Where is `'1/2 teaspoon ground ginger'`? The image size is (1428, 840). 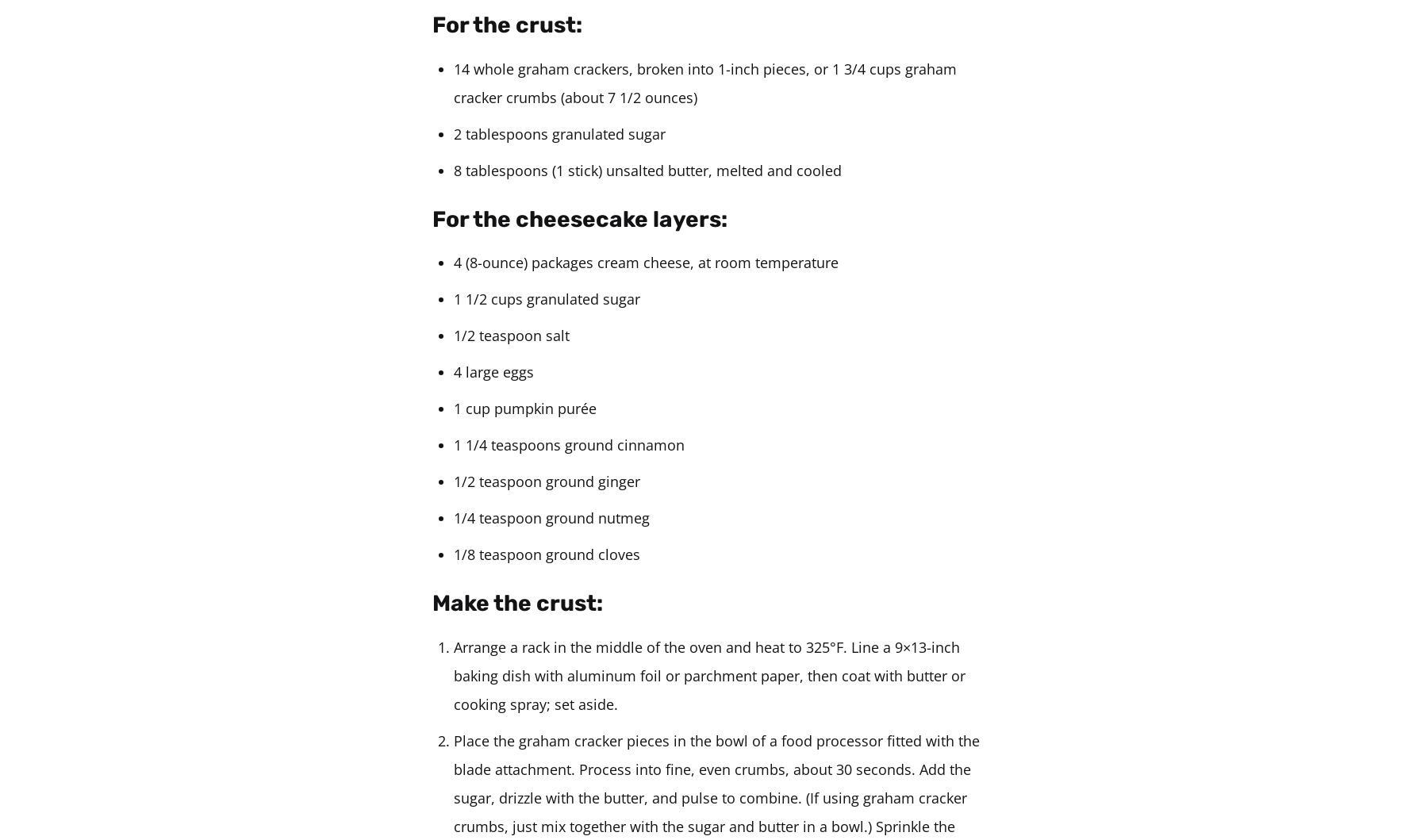
'1/2 teaspoon ground ginger' is located at coordinates (546, 481).